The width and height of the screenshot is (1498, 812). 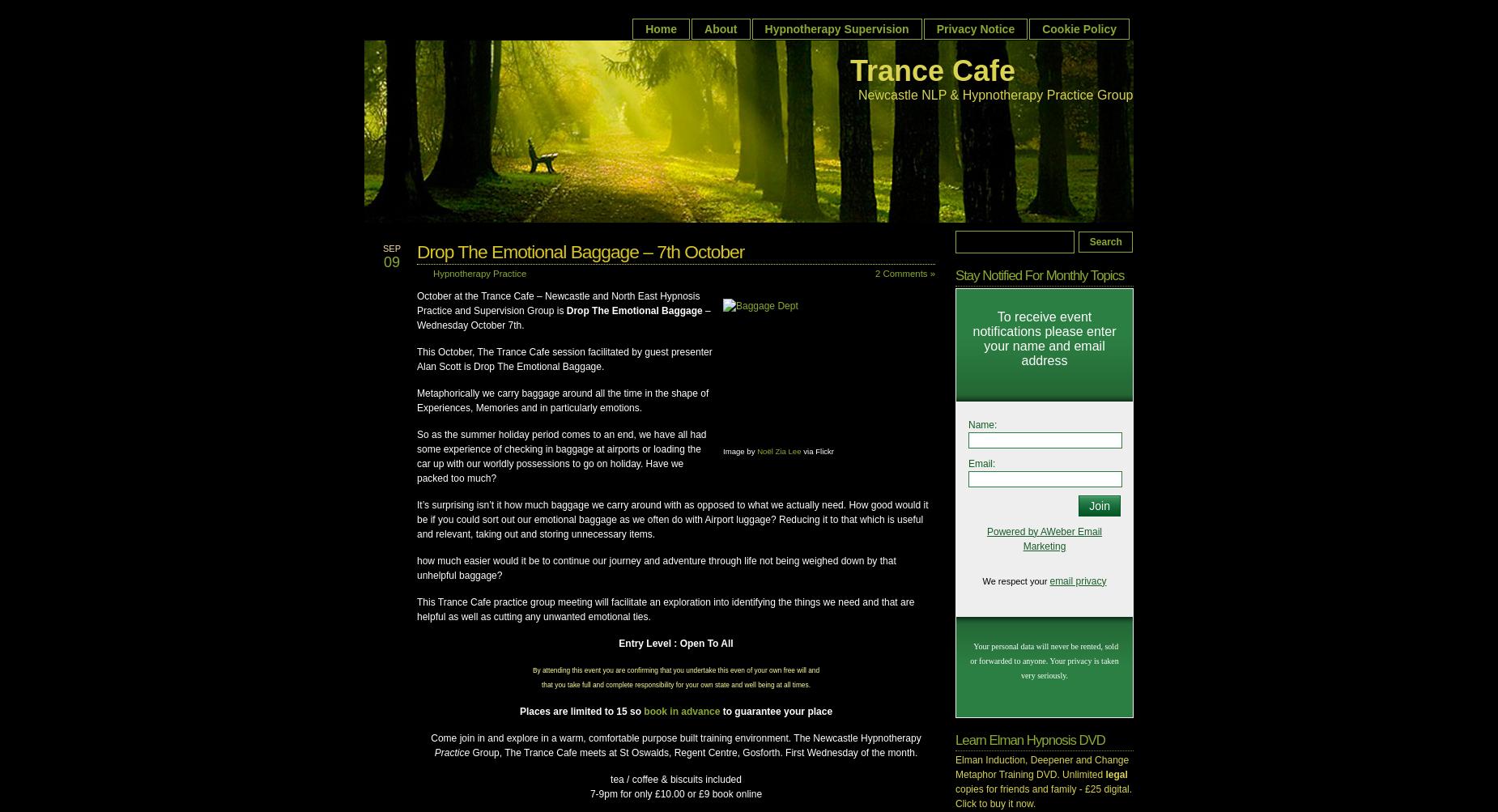 I want to click on 'Your personal data will never be rented, sold or forwarded to anyone. Your privacy is taken very seriously.', so click(x=969, y=660).